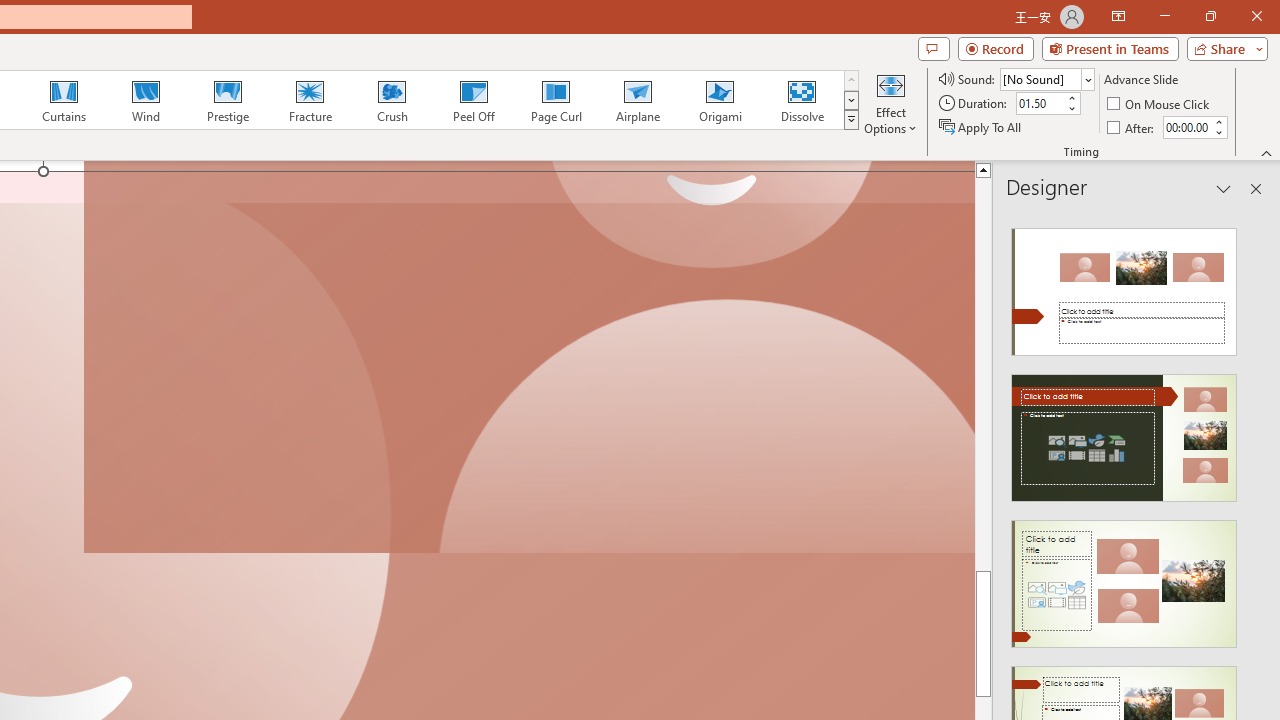  I want to click on 'Transition Effects', so click(851, 120).